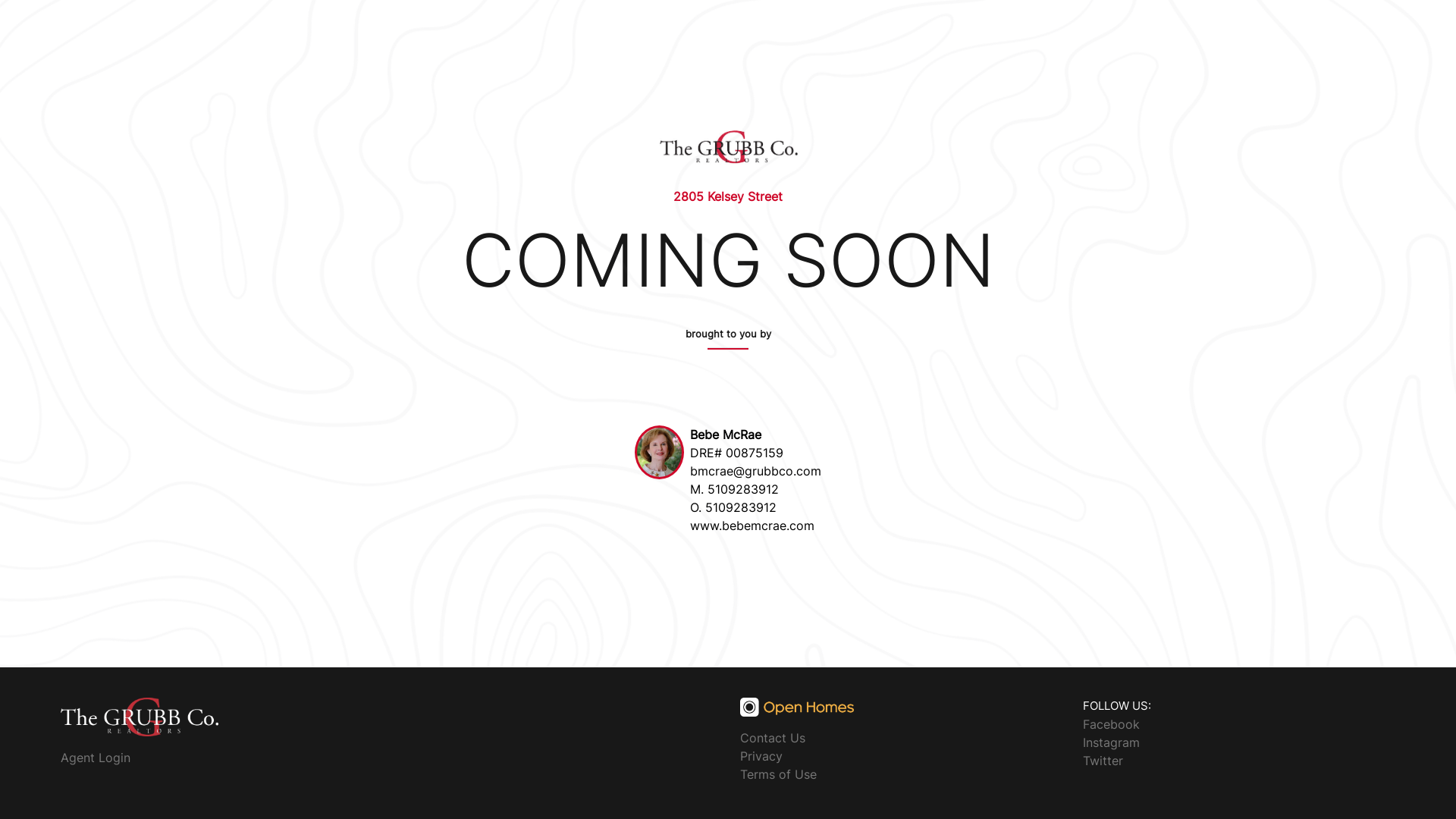 Image resolution: width=1456 pixels, height=819 pixels. I want to click on 'Agent Login', so click(61, 758).